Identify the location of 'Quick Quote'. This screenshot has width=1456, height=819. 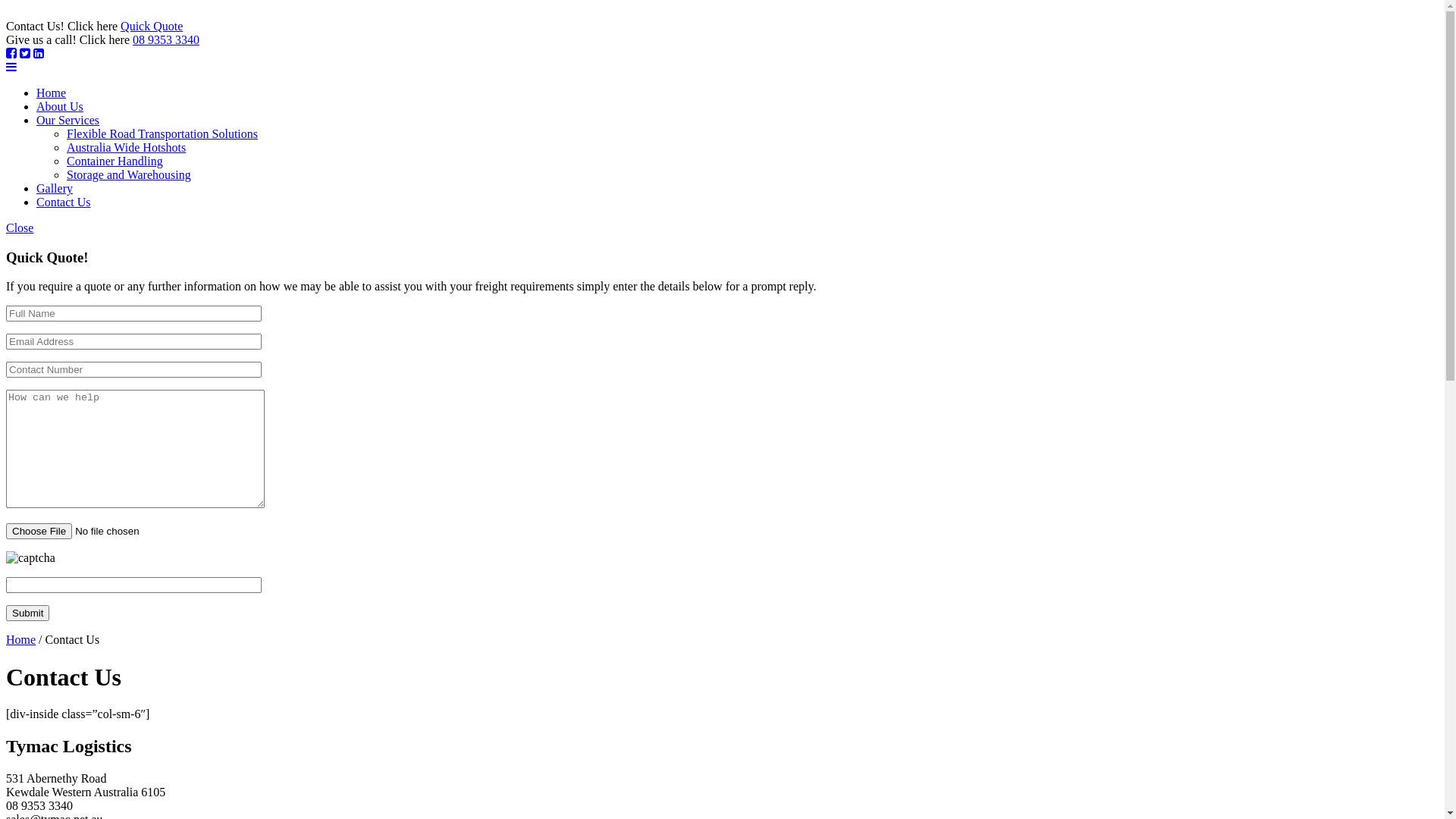
(152, 26).